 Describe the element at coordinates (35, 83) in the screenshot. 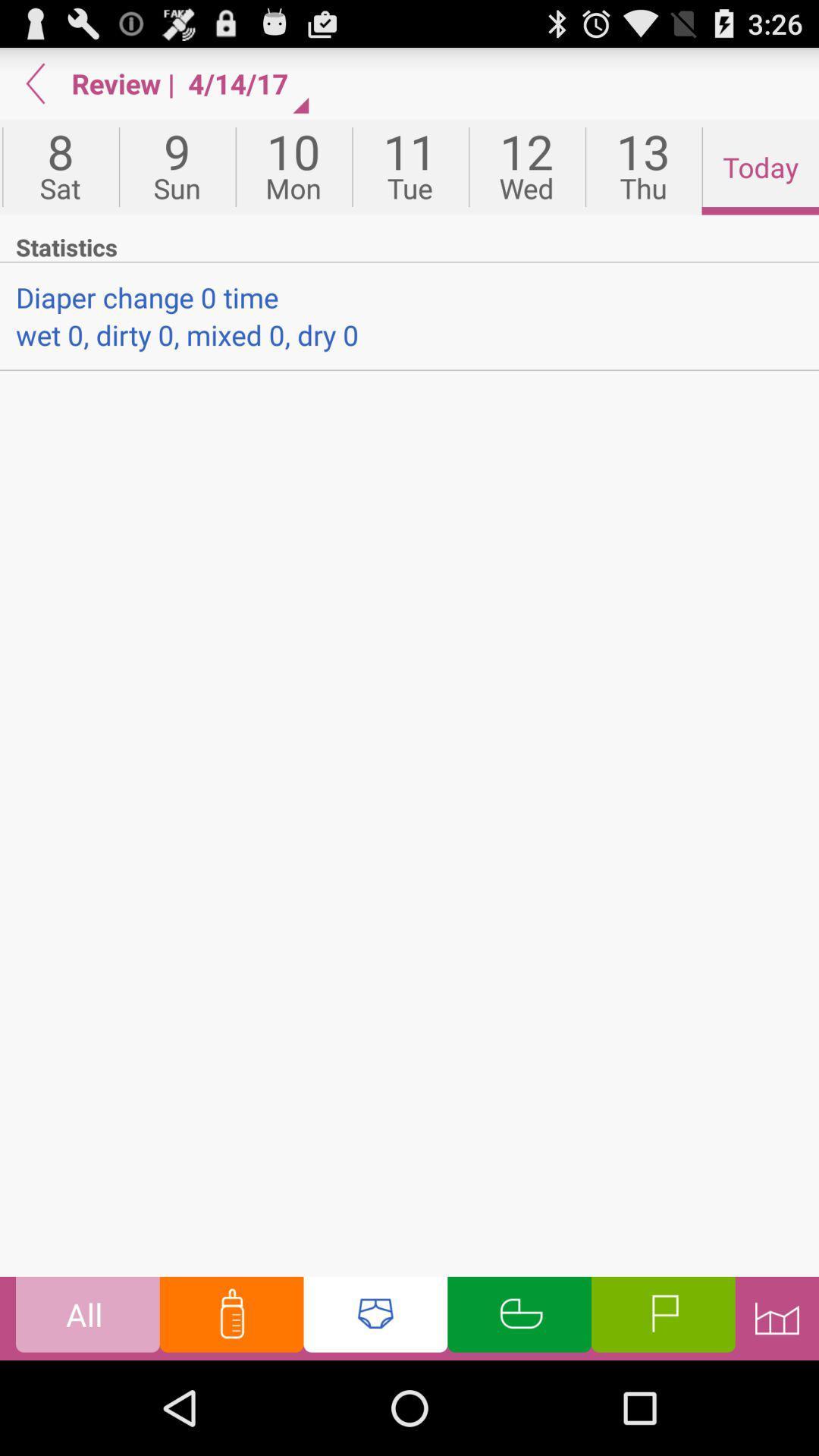

I see `icon next to review app` at that location.